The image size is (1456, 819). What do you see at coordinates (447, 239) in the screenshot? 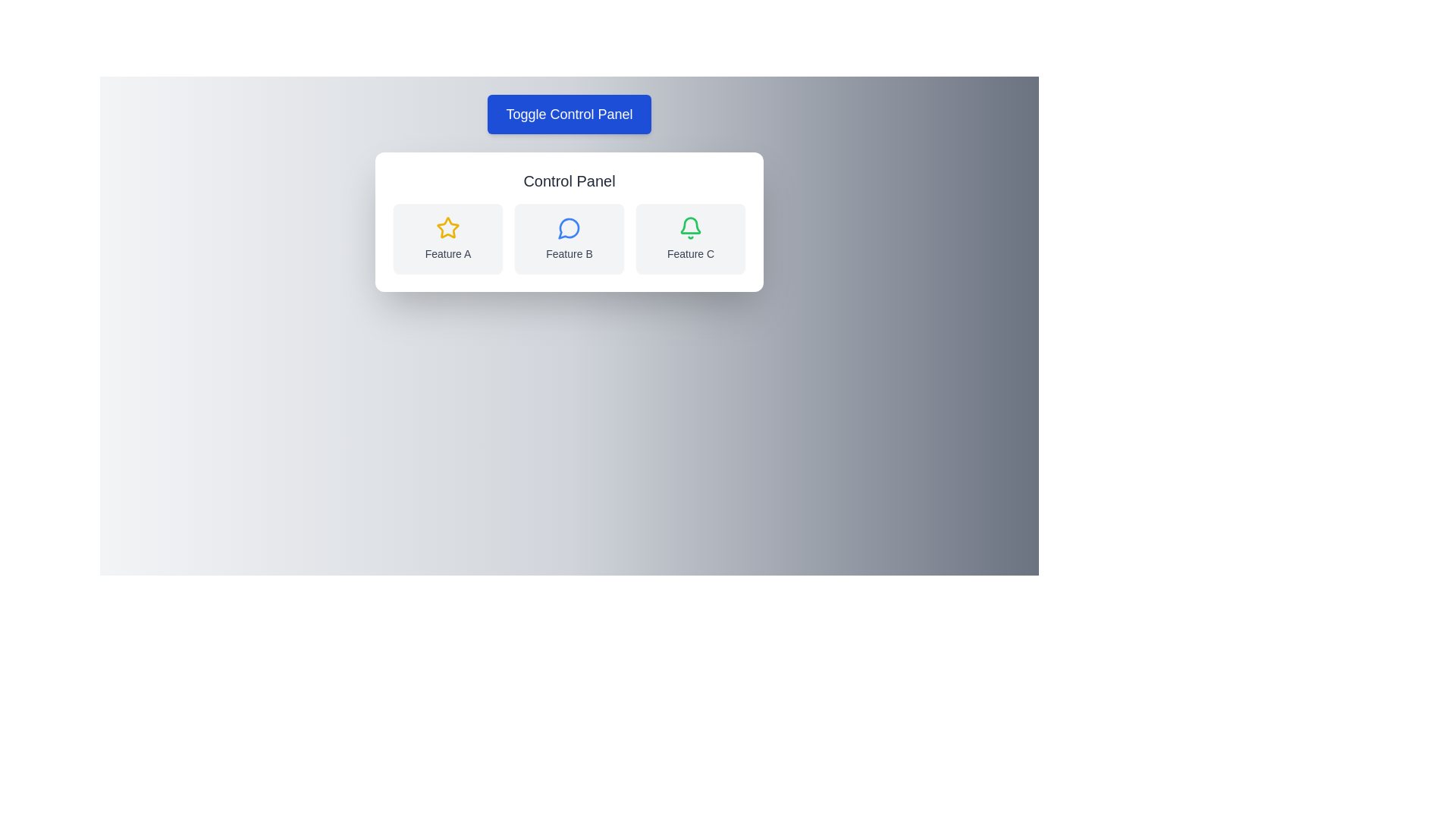
I see `the A feature card which is a rectangular area with a light gray background, rounded corners, featuring a yellow star icon and the text 'Feature A' in dark gray font, located` at bounding box center [447, 239].